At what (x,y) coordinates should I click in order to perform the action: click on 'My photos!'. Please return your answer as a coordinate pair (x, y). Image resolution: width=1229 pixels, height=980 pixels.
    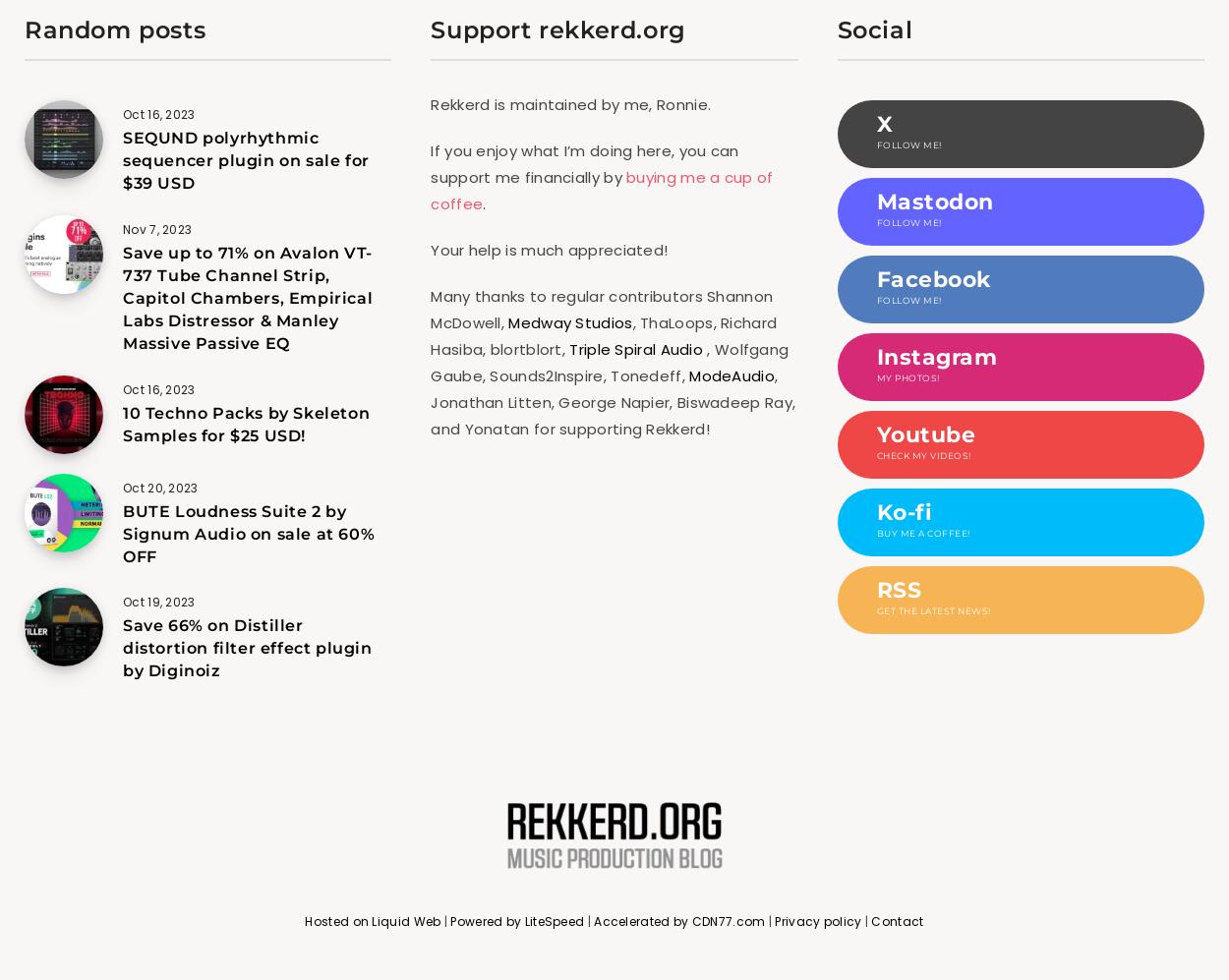
    Looking at the image, I should click on (907, 377).